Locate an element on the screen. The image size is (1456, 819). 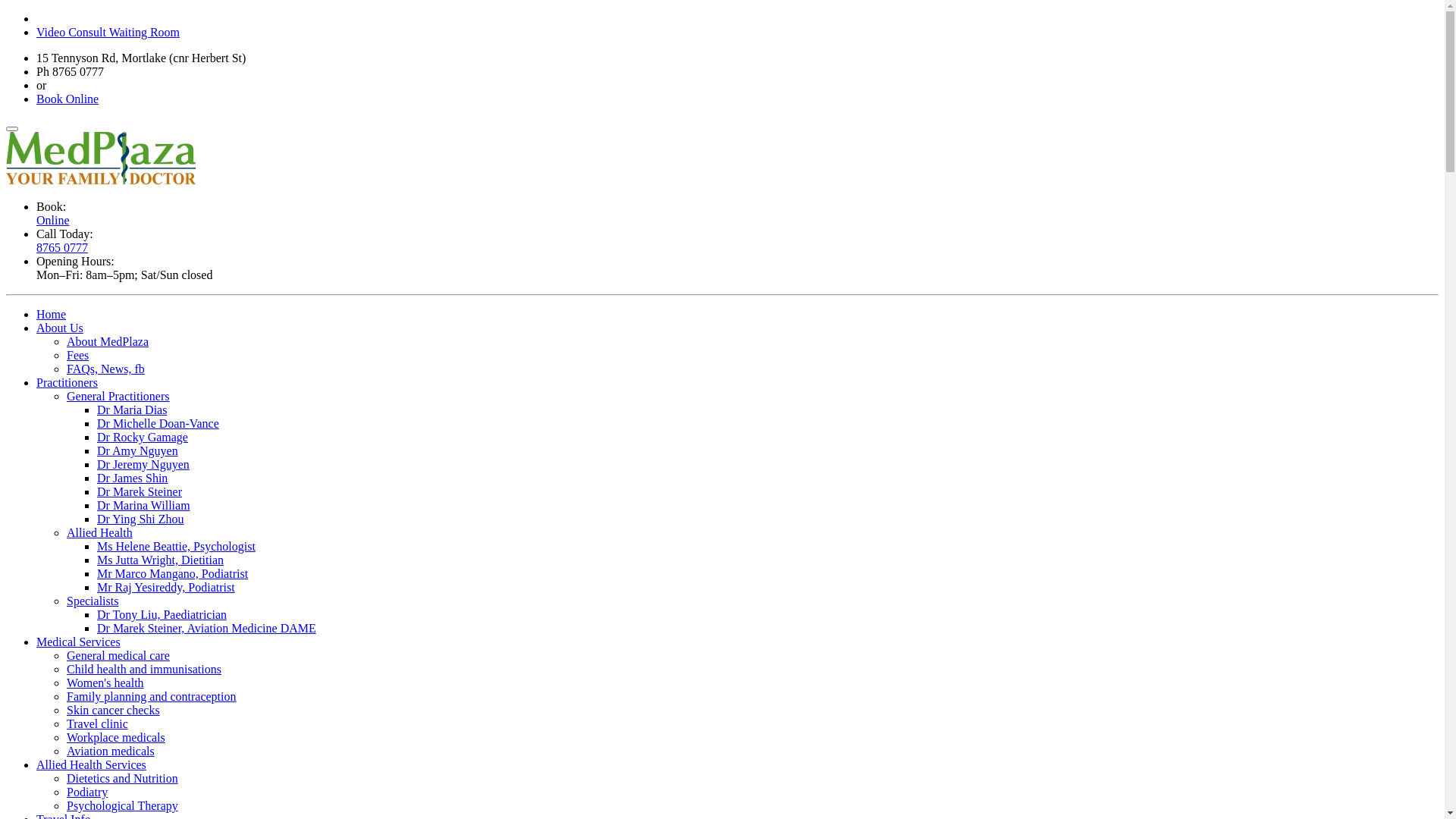
'Video Consult Waiting Room' is located at coordinates (107, 32).